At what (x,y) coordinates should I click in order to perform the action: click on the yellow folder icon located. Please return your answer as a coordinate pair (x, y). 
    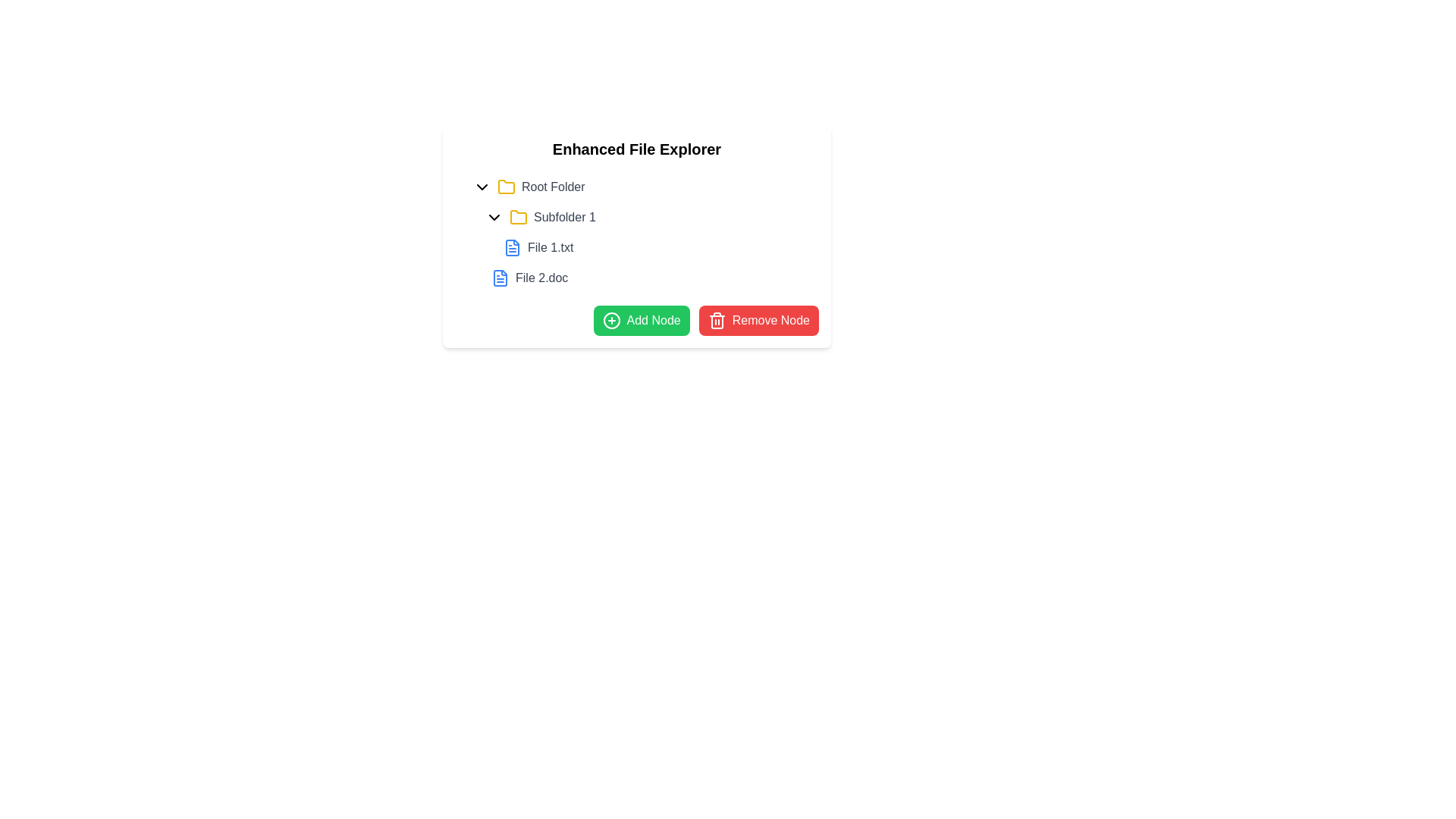
    Looking at the image, I should click on (519, 217).